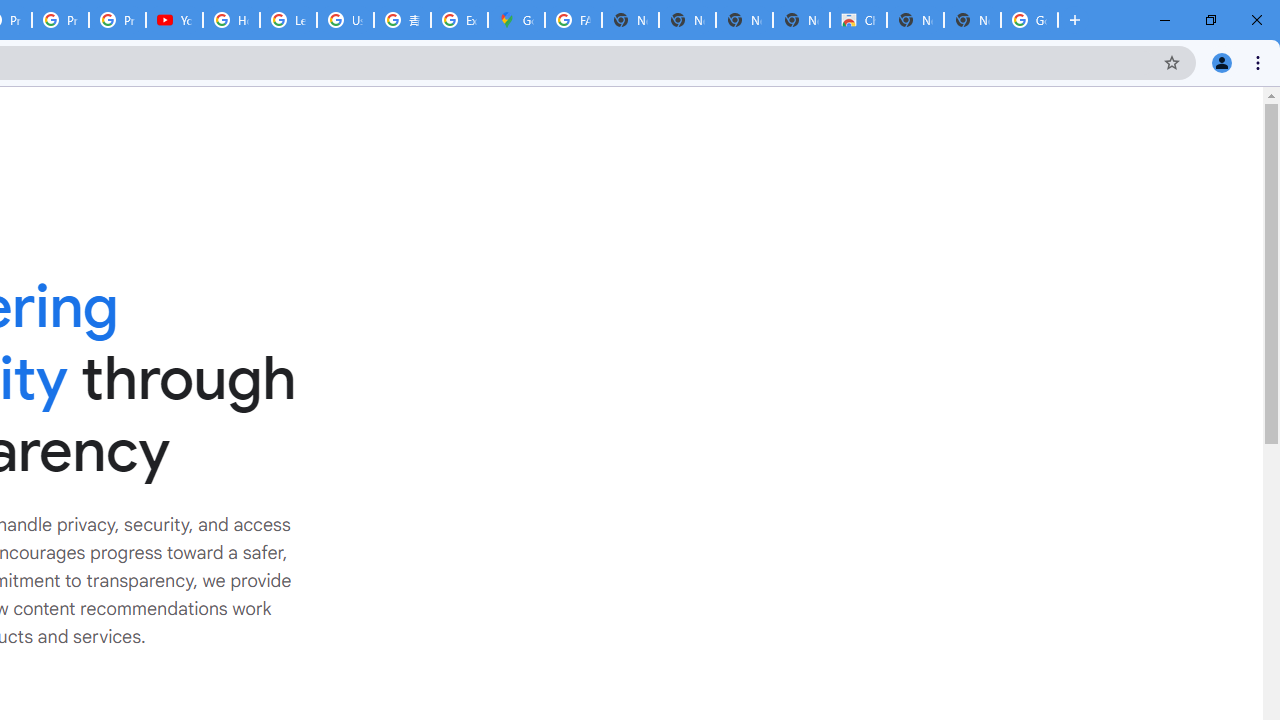 Image resolution: width=1280 pixels, height=720 pixels. What do you see at coordinates (458, 20) in the screenshot?
I see `'Explore new street-level details - Google Maps Help'` at bounding box center [458, 20].